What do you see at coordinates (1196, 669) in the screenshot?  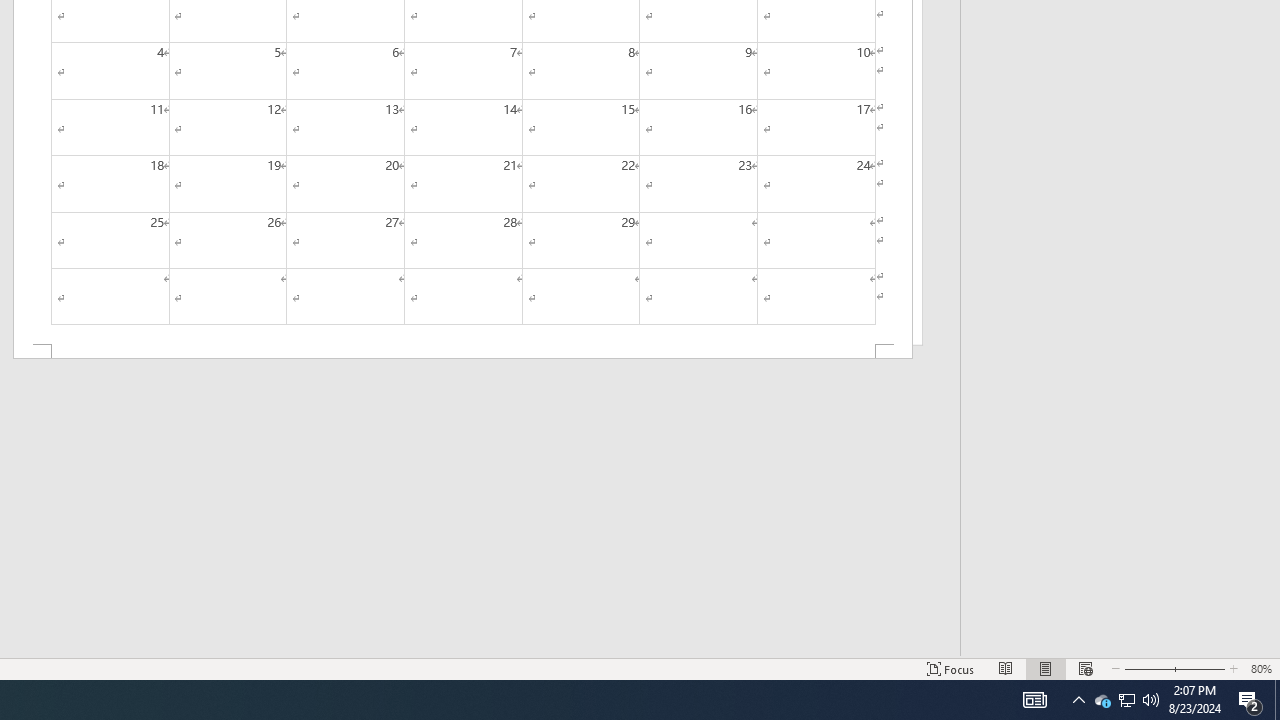 I see `'Zoom In'` at bounding box center [1196, 669].